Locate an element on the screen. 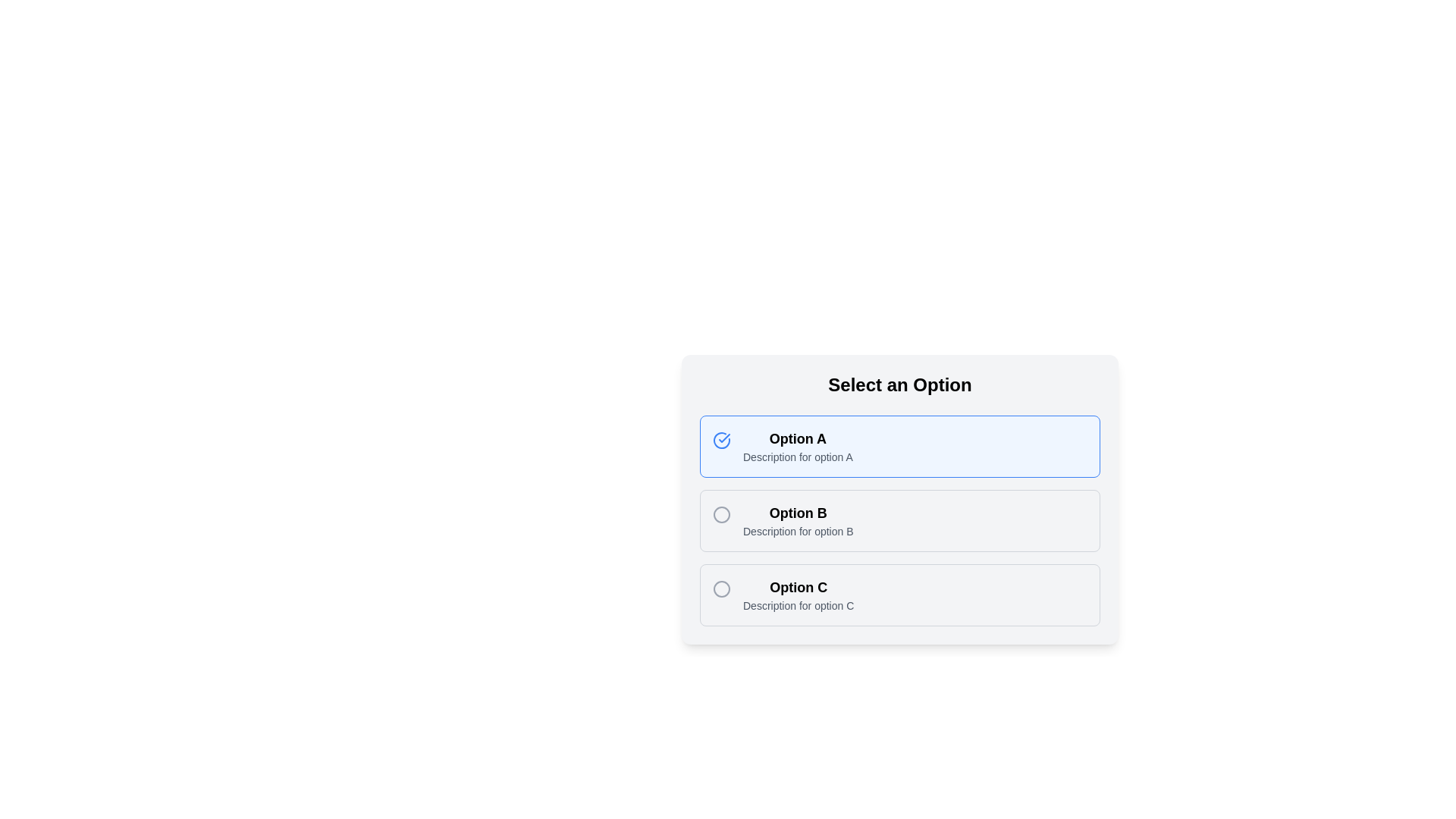  header text of the 'Option C' card, which serves as the title or label helping users identify this specific choice in the list is located at coordinates (798, 587).